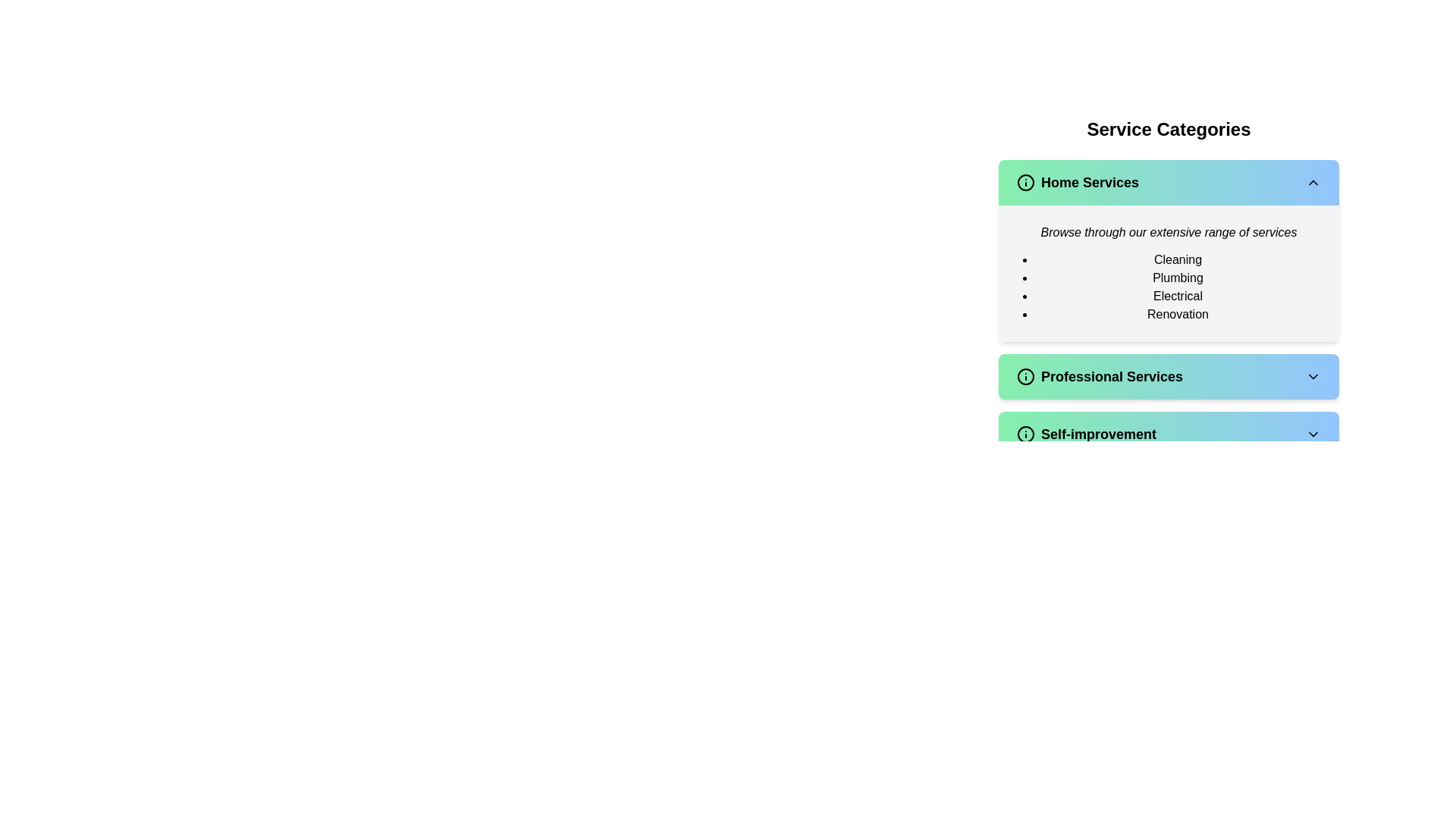 Image resolution: width=1456 pixels, height=819 pixels. Describe the element at coordinates (1177, 314) in the screenshot. I see `the non-interactive textual label for 'Renovation' in the Home Services section, which is the fourth item in a vertically aligned list` at that location.